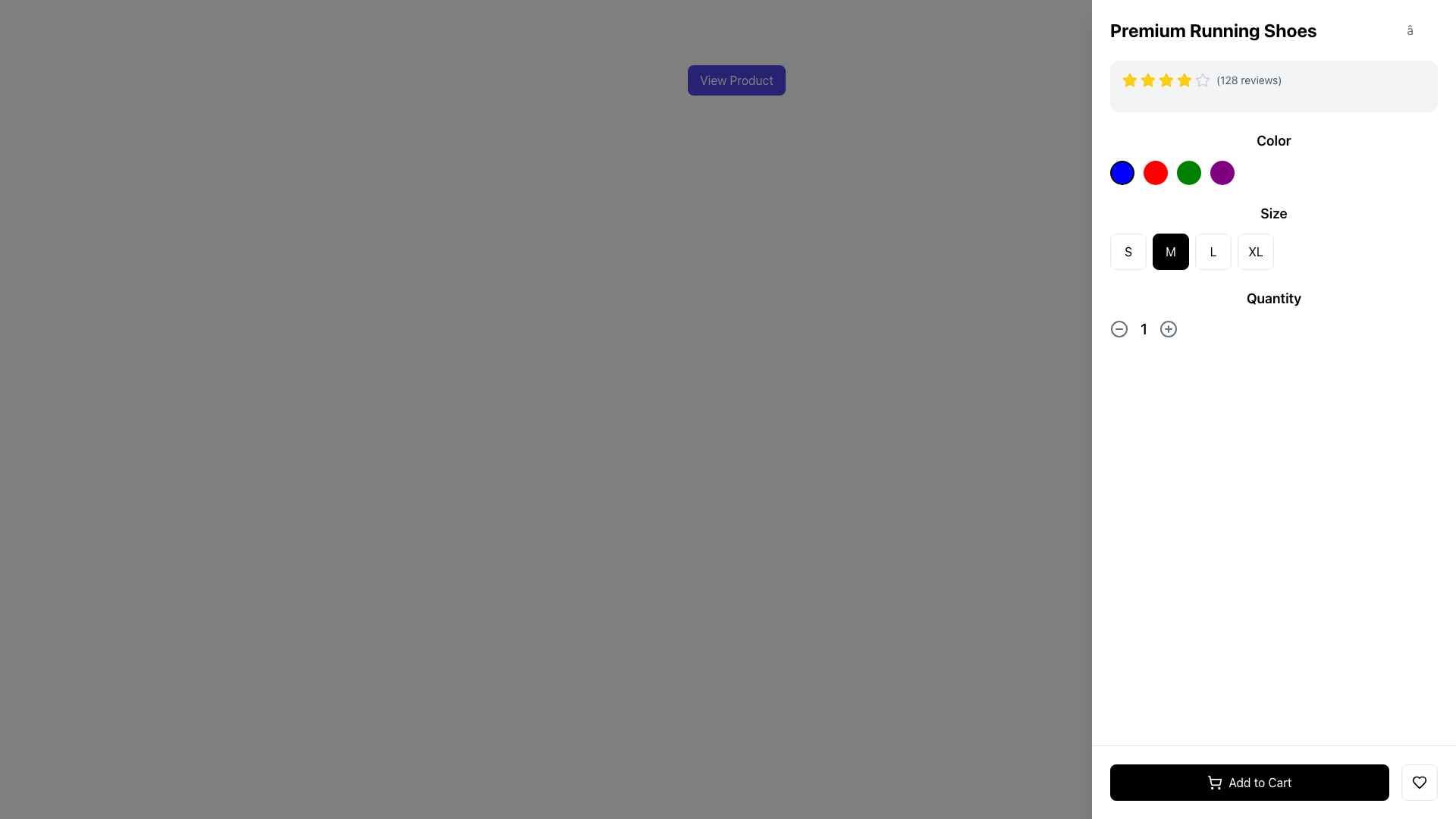 Image resolution: width=1456 pixels, height=819 pixels. What do you see at coordinates (1129, 80) in the screenshot?
I see `the first star icon in the rating system, which is a yellow star outlined in a matching shade, located in the upper section of the product details area` at bounding box center [1129, 80].